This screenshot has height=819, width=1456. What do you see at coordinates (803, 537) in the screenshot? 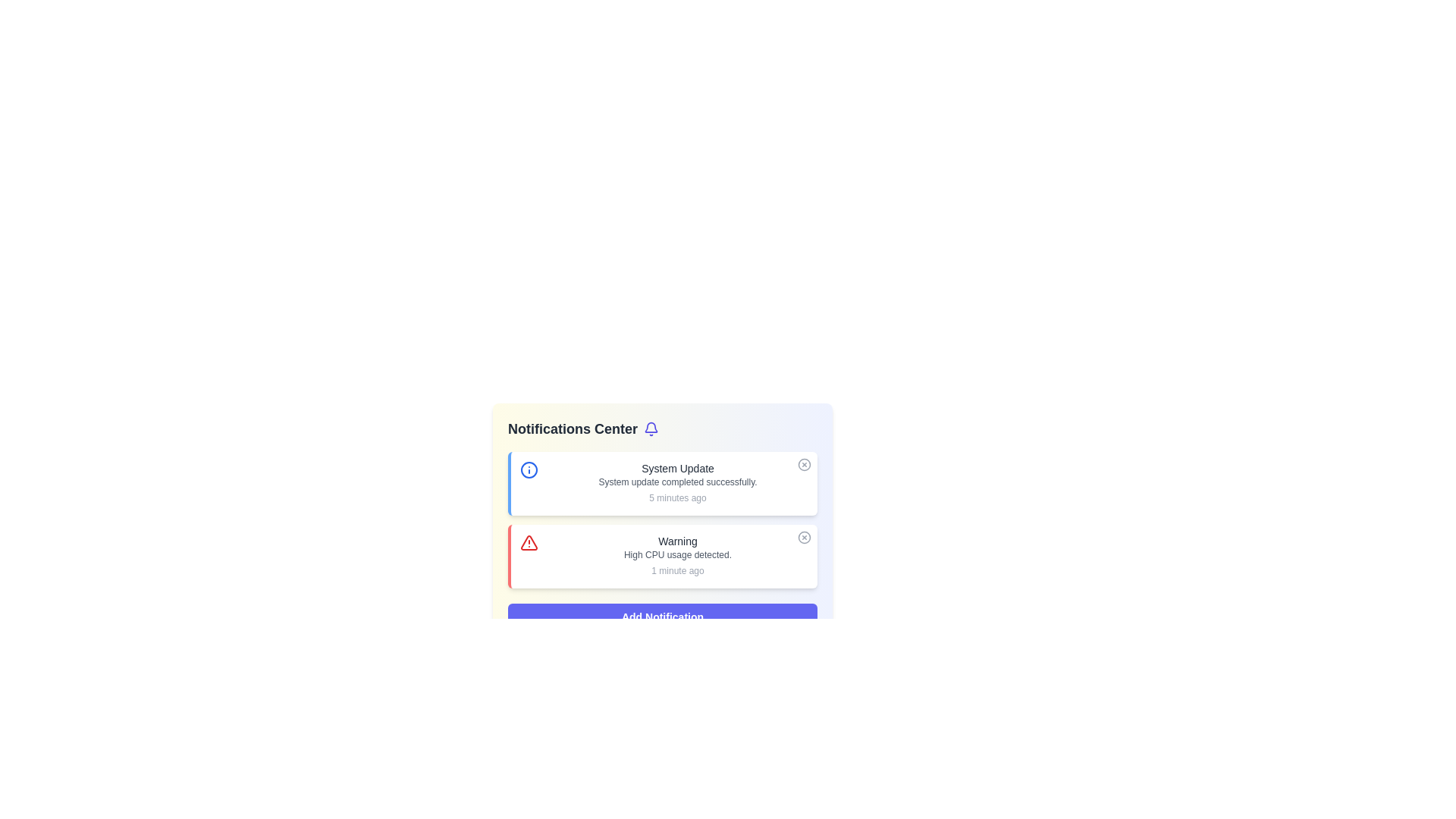
I see `the hollow circular icon which is part of the red-themed warning notification in the second row of the notification panel` at bounding box center [803, 537].